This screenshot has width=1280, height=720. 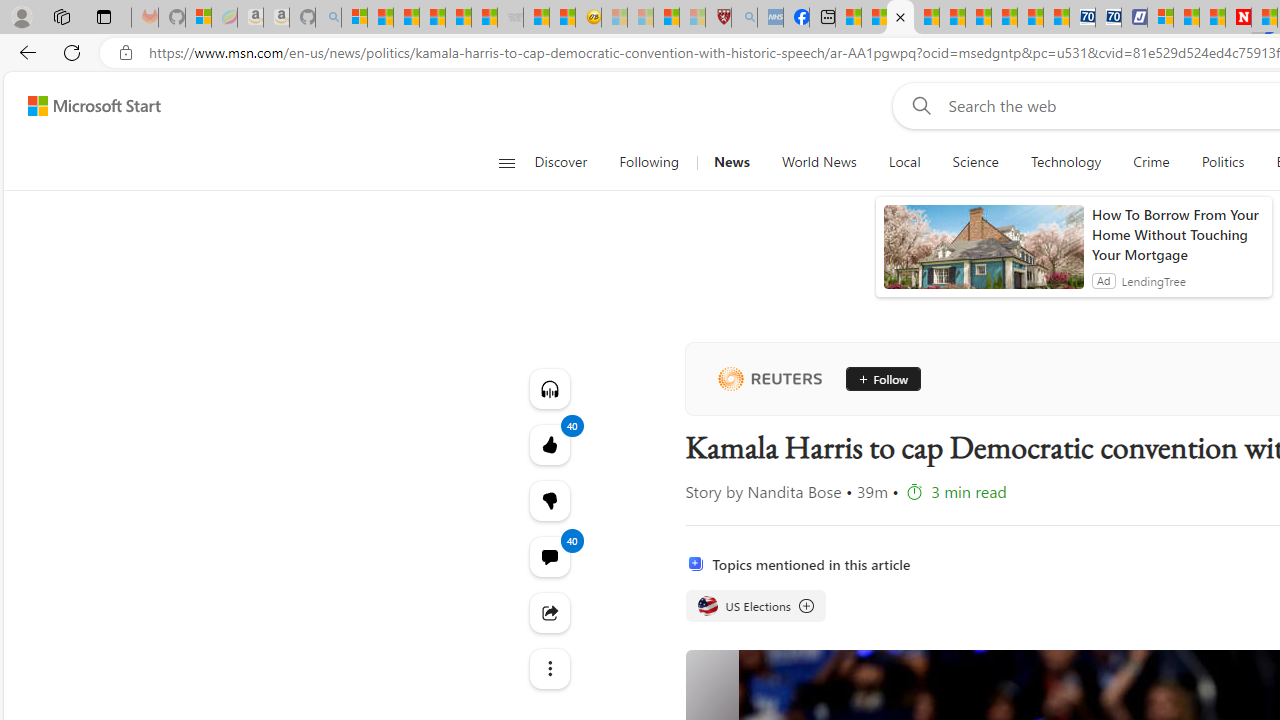 I want to click on 'Robert H. Shmerling, MD - Harvard Health', so click(x=718, y=17).